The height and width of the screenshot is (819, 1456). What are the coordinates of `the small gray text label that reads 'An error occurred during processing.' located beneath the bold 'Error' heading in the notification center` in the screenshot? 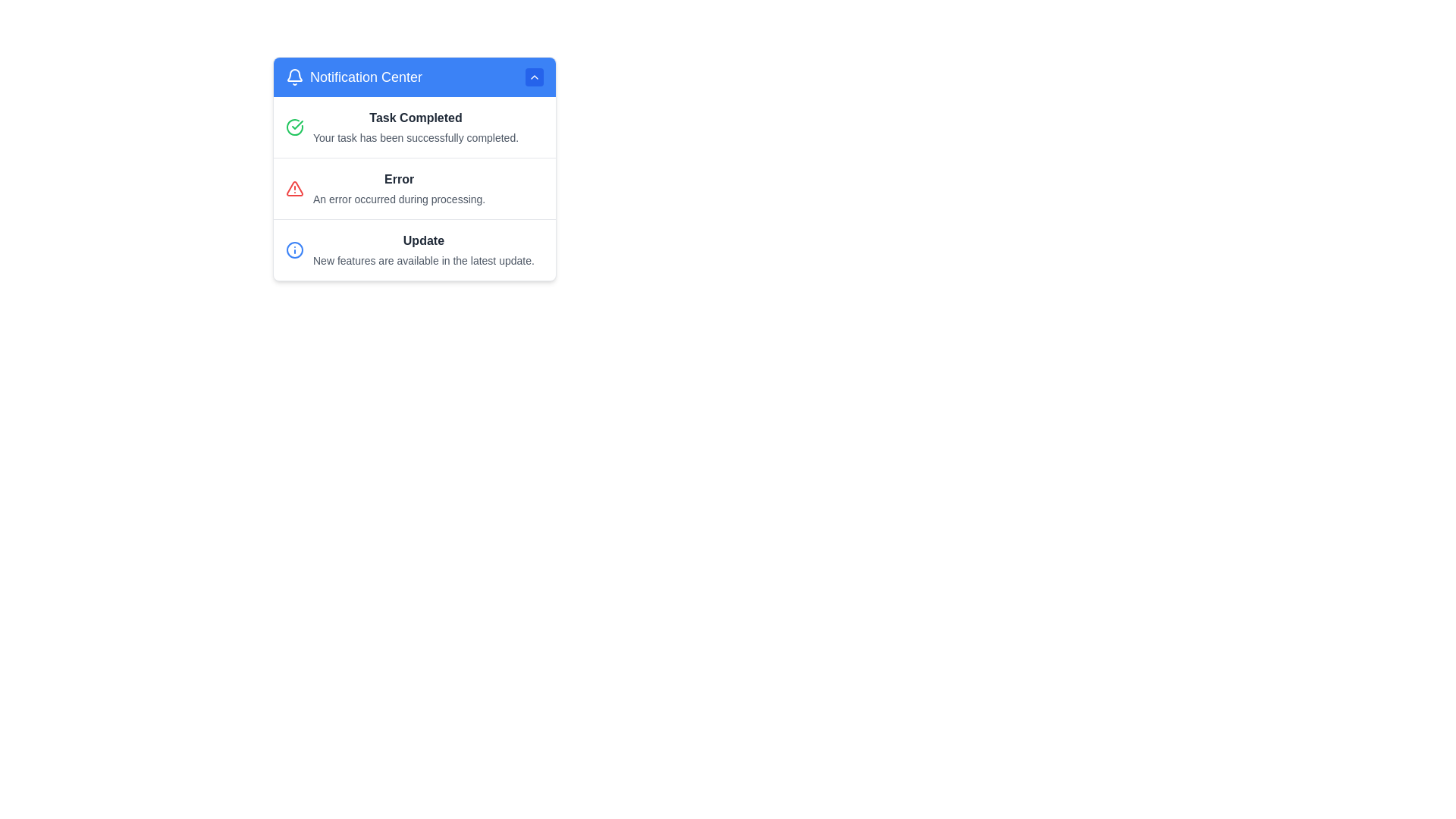 It's located at (399, 198).